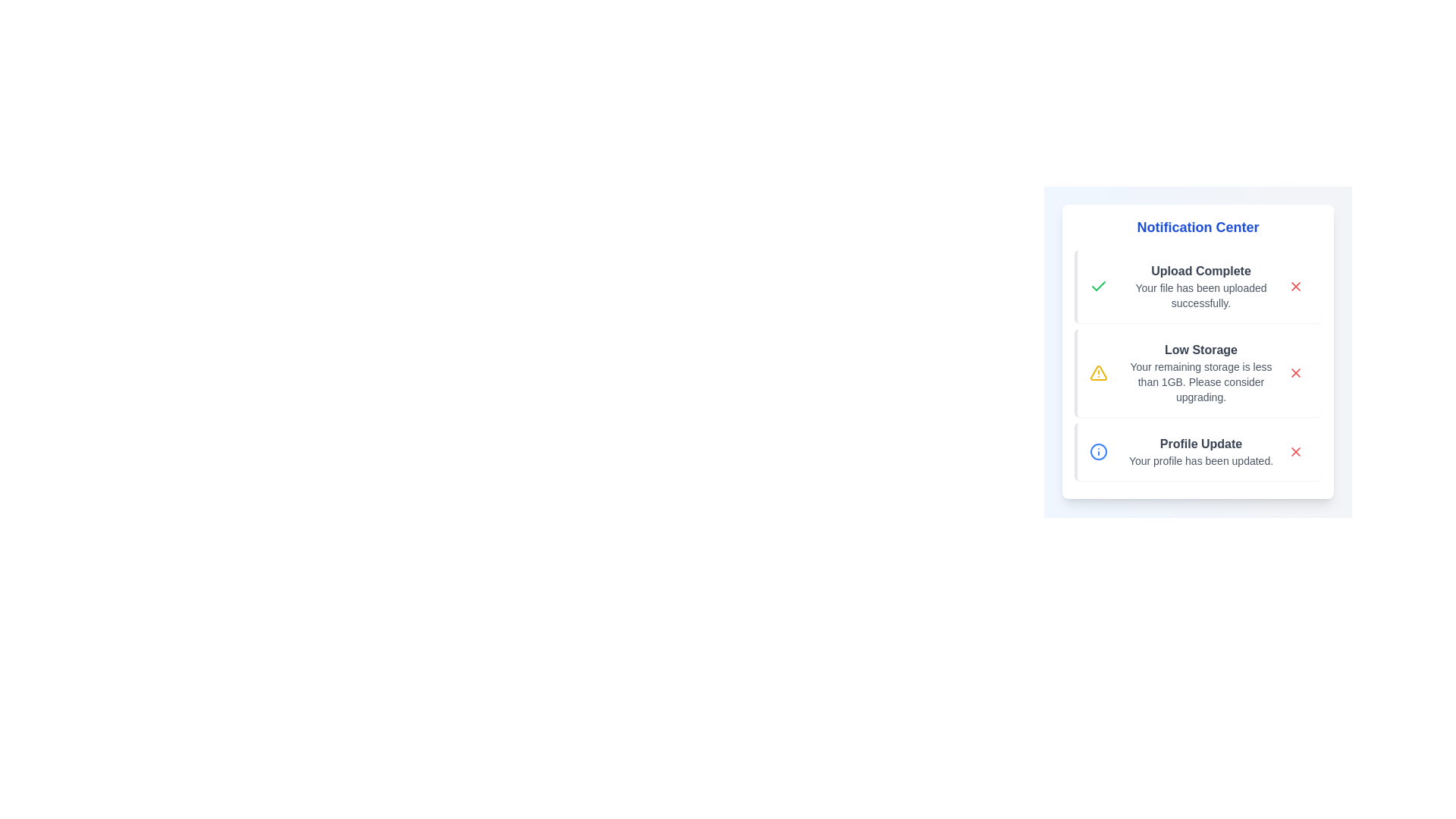  What do you see at coordinates (1197, 287) in the screenshot?
I see `text of the Notification Card at the top of the Notification Center, which confirms that the file has been uploaded successfully` at bounding box center [1197, 287].